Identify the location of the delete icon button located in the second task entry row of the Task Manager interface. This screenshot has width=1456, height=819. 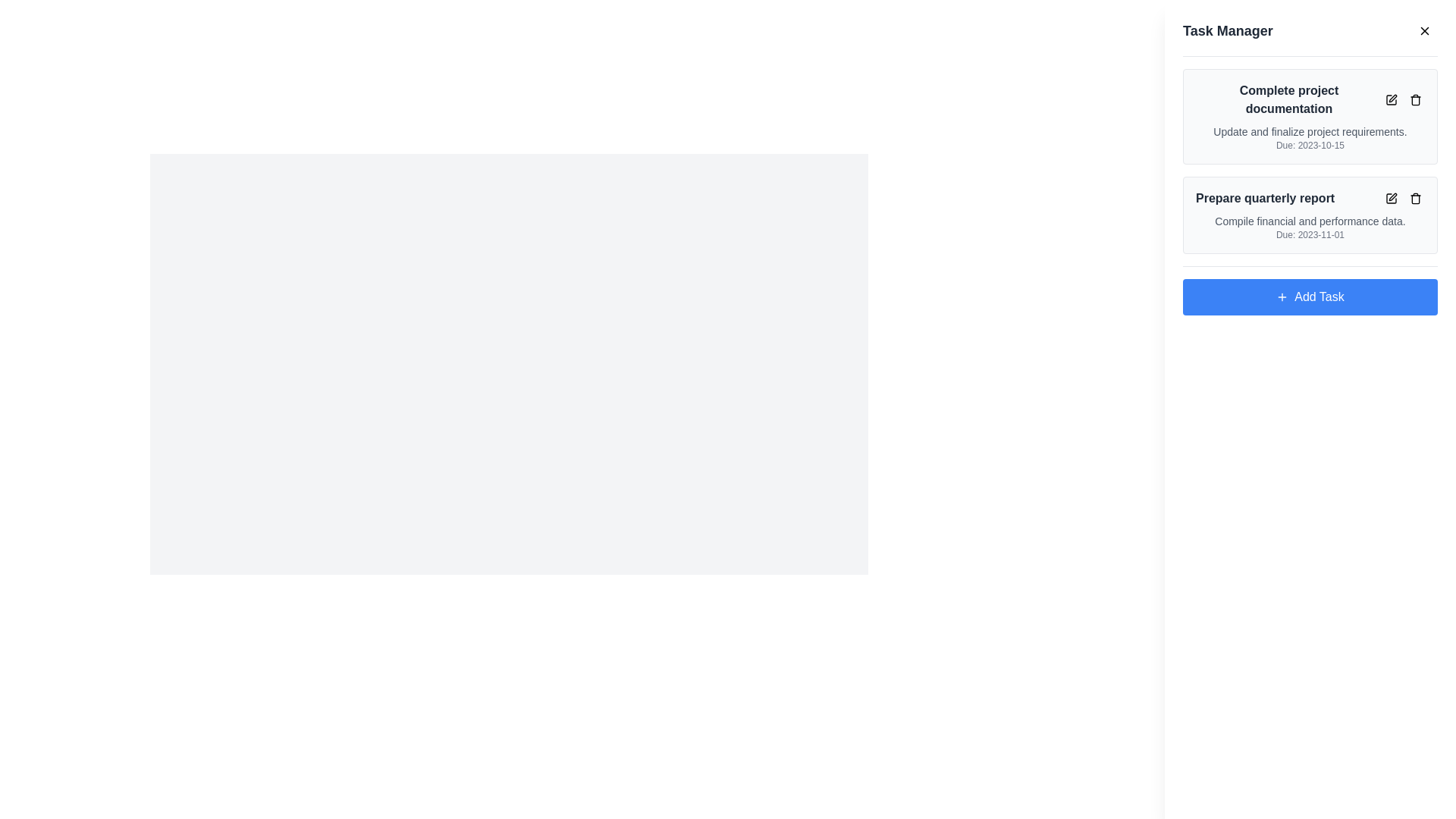
(1415, 198).